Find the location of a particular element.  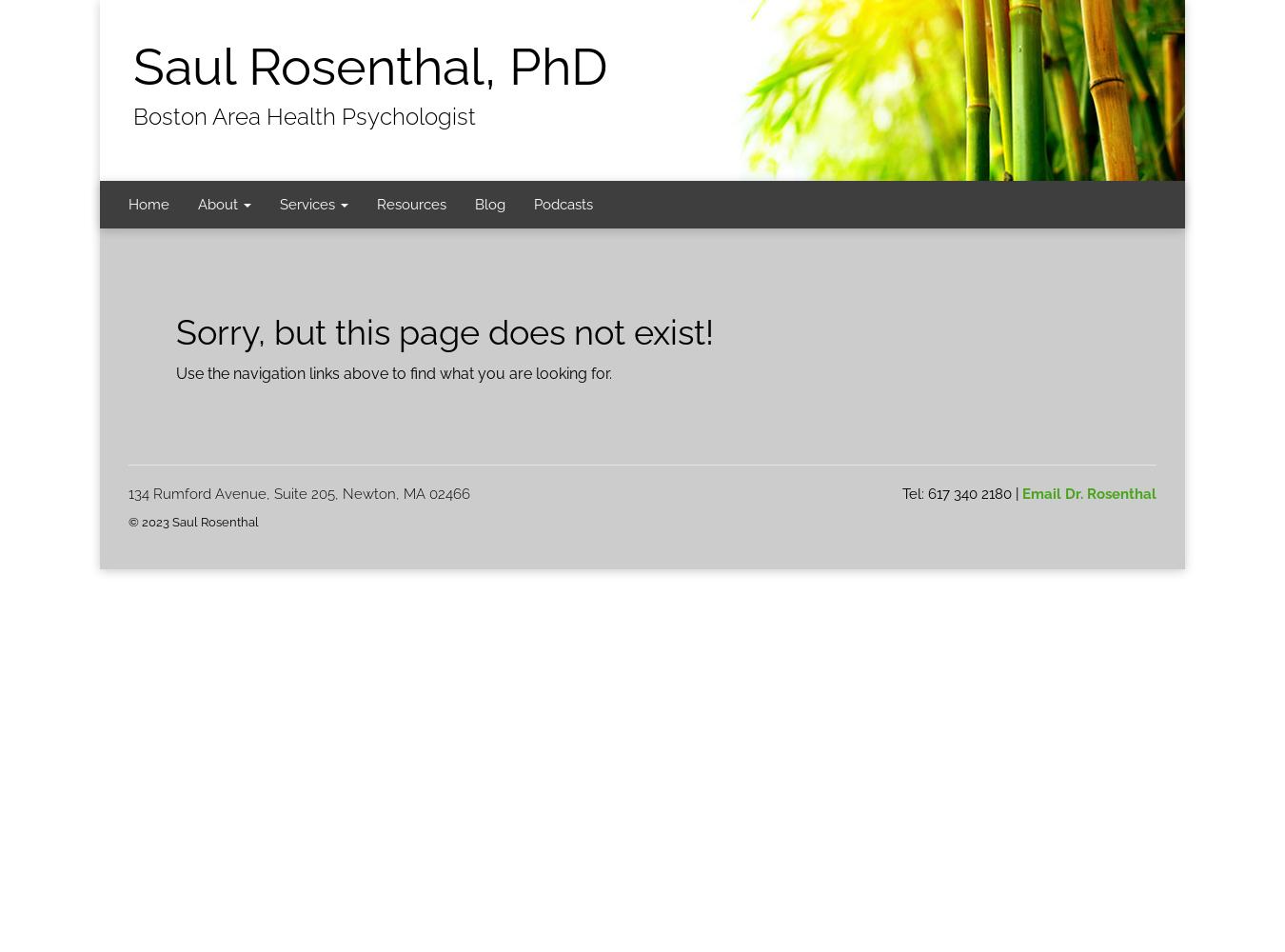

'Saul Rosenthal, PhD' is located at coordinates (370, 66).